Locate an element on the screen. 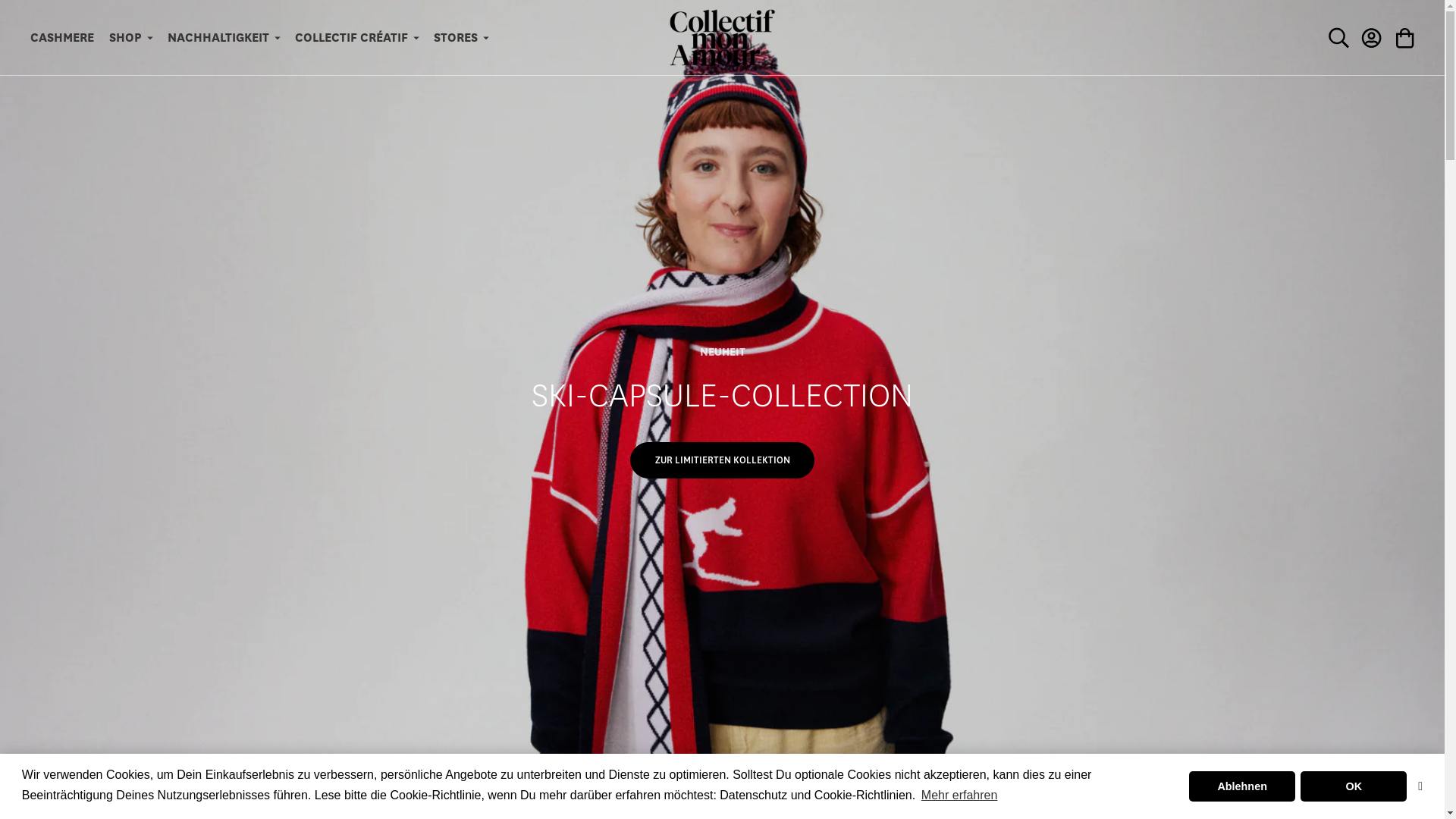 The image size is (1456, 819). 'NACHHALTIGKEIT' is located at coordinates (222, 37).